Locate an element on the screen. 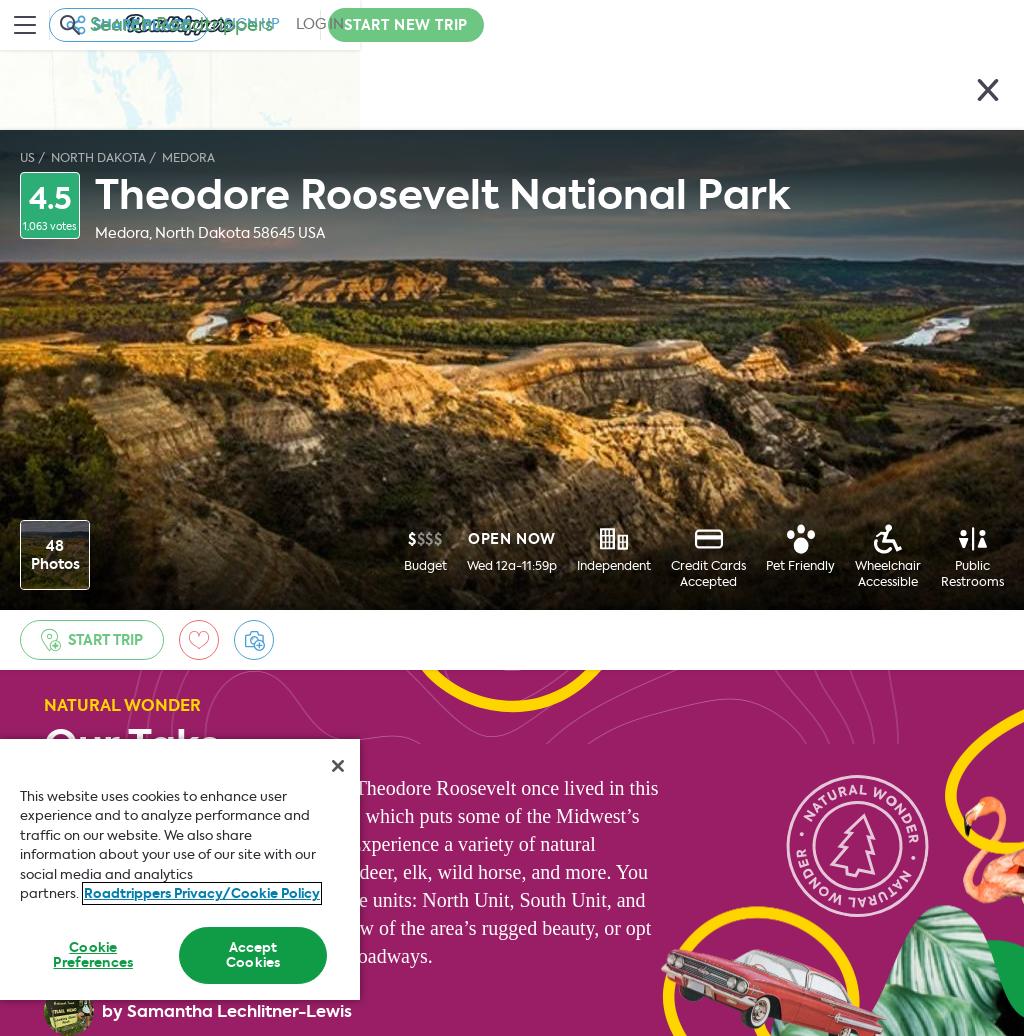 The width and height of the screenshot is (1024, 1036). 'Pet Friendly' is located at coordinates (800, 565).